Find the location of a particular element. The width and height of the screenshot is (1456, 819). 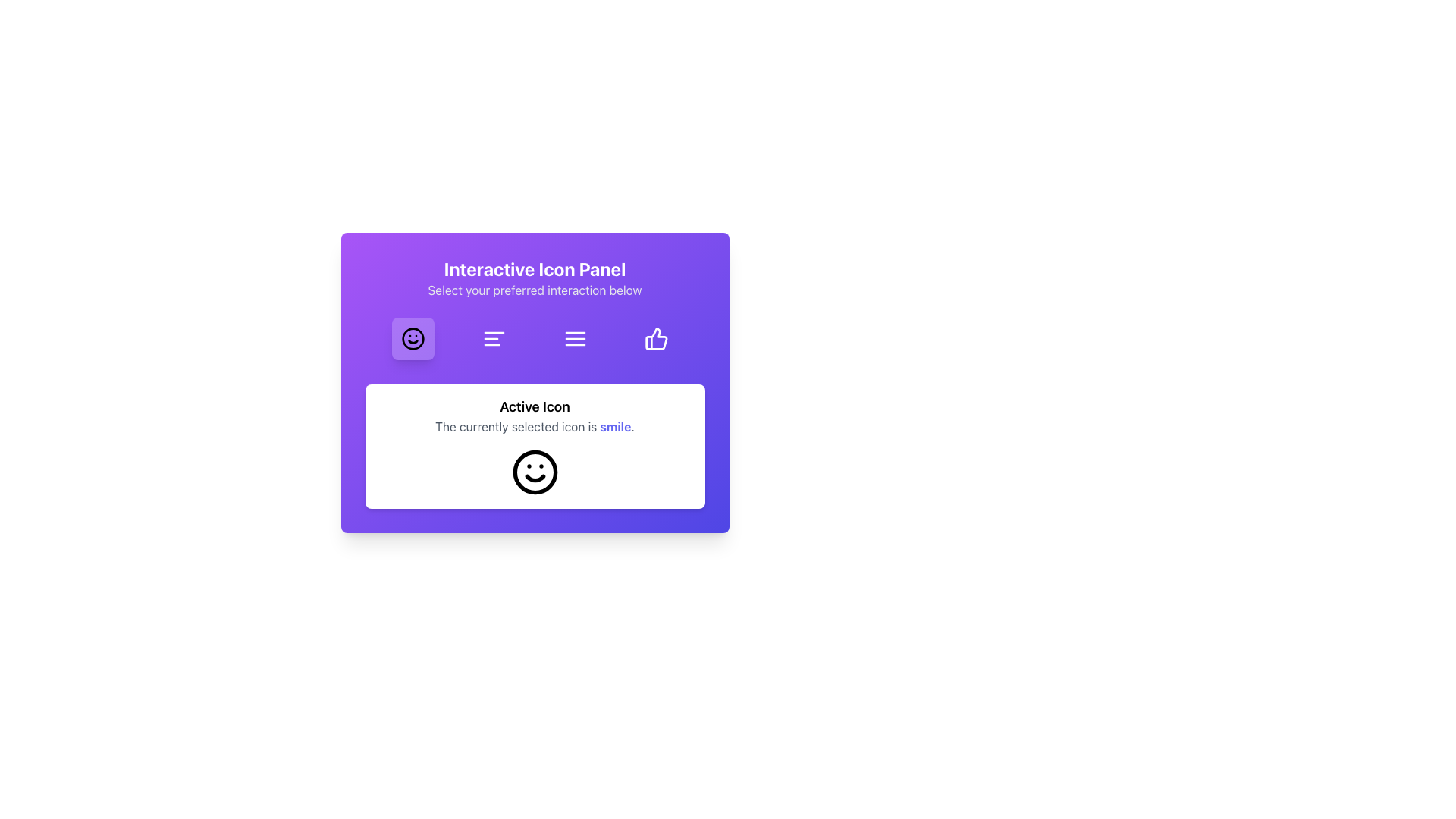

the circular SVG element with a solid black outline and purple fill, which is part of the smiling face icon located in the header of the interface pane is located at coordinates (413, 338).